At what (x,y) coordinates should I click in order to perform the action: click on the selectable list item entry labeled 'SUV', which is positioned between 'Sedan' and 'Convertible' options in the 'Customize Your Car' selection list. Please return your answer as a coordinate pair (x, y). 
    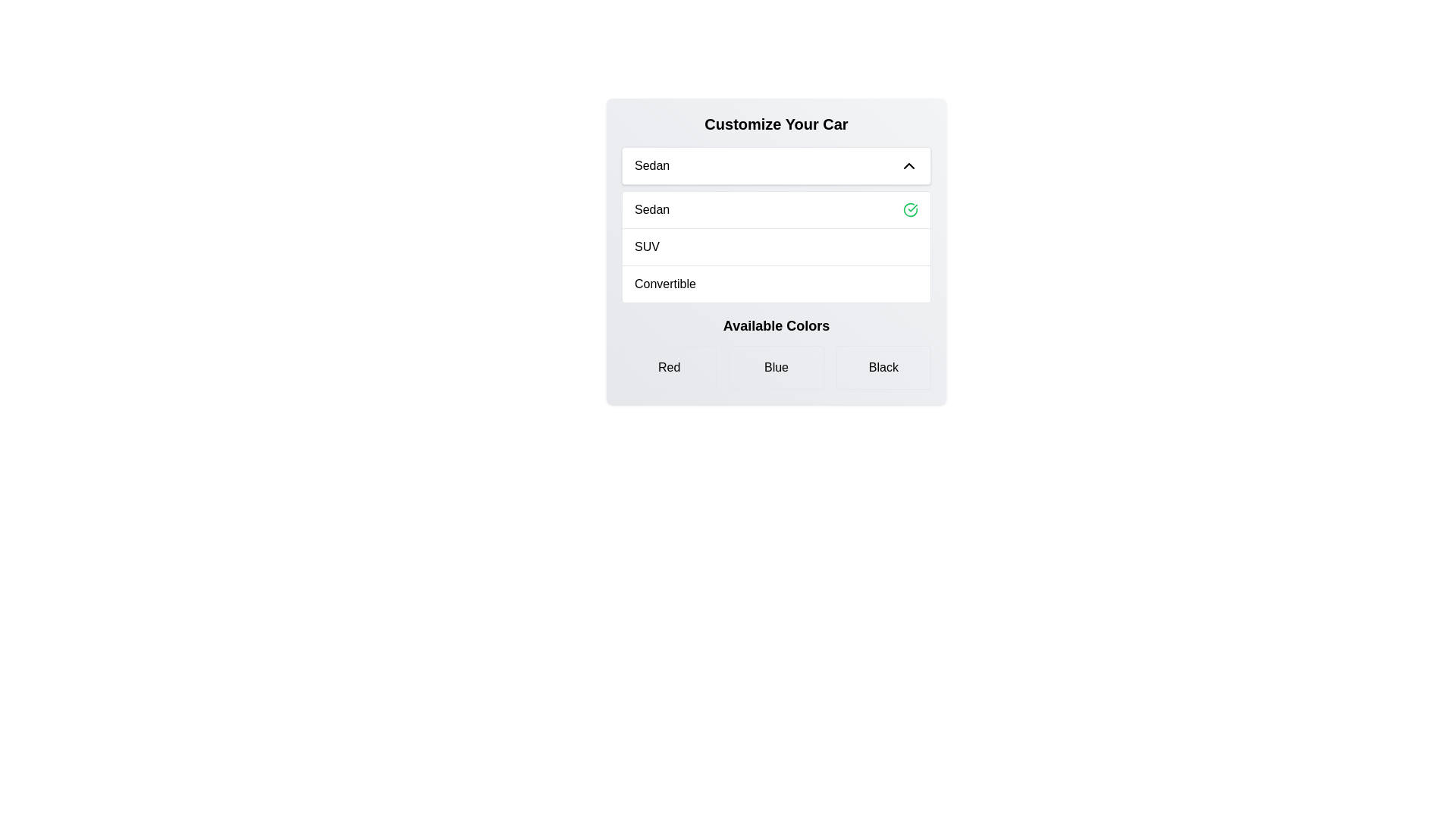
    Looking at the image, I should click on (776, 246).